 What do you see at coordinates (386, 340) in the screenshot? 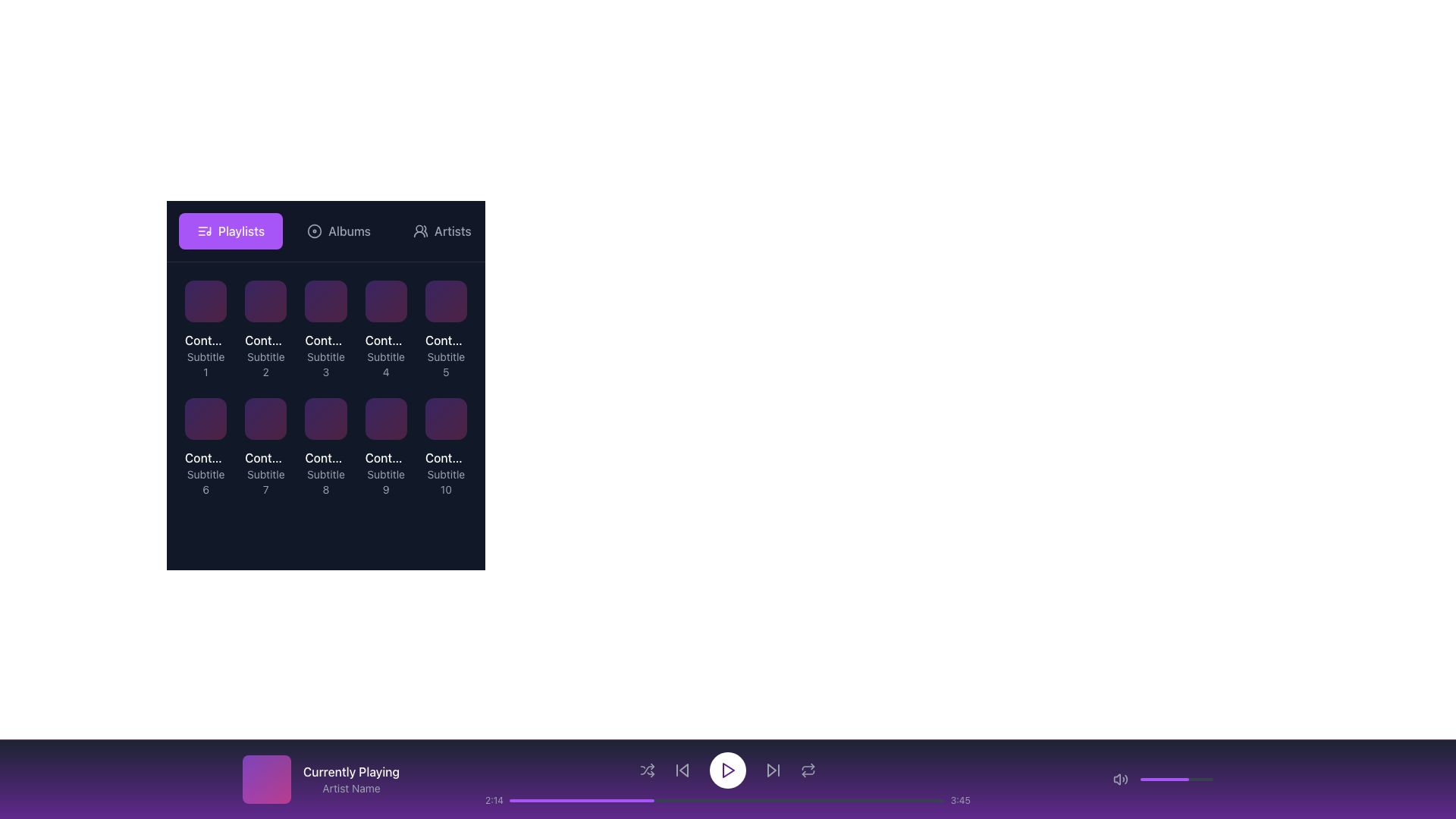
I see `the title text label of the fourth card in the grid under the 'Playlists' header` at bounding box center [386, 340].